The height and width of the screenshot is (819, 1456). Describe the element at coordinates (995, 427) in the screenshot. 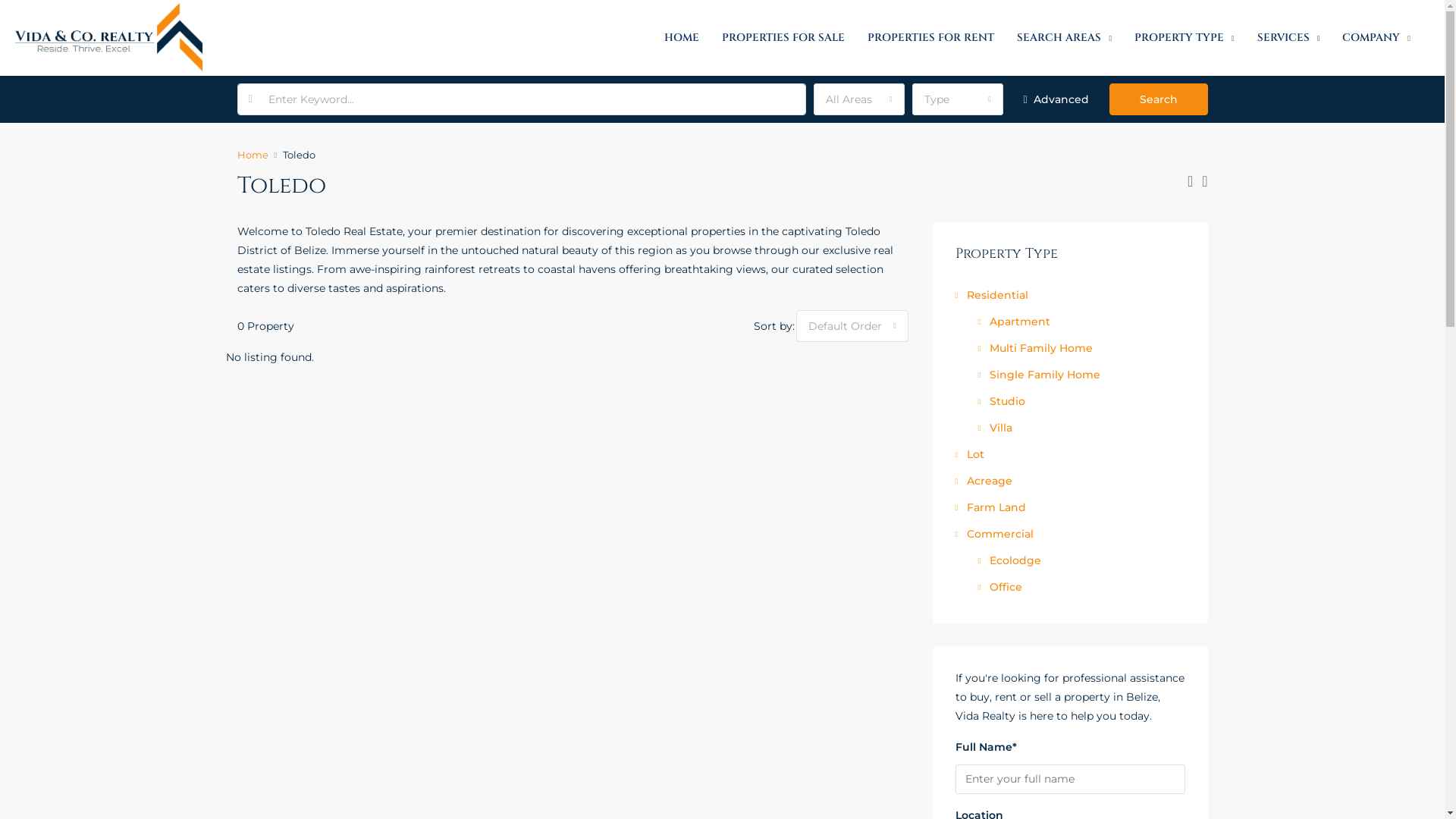

I see `'Villa'` at that location.